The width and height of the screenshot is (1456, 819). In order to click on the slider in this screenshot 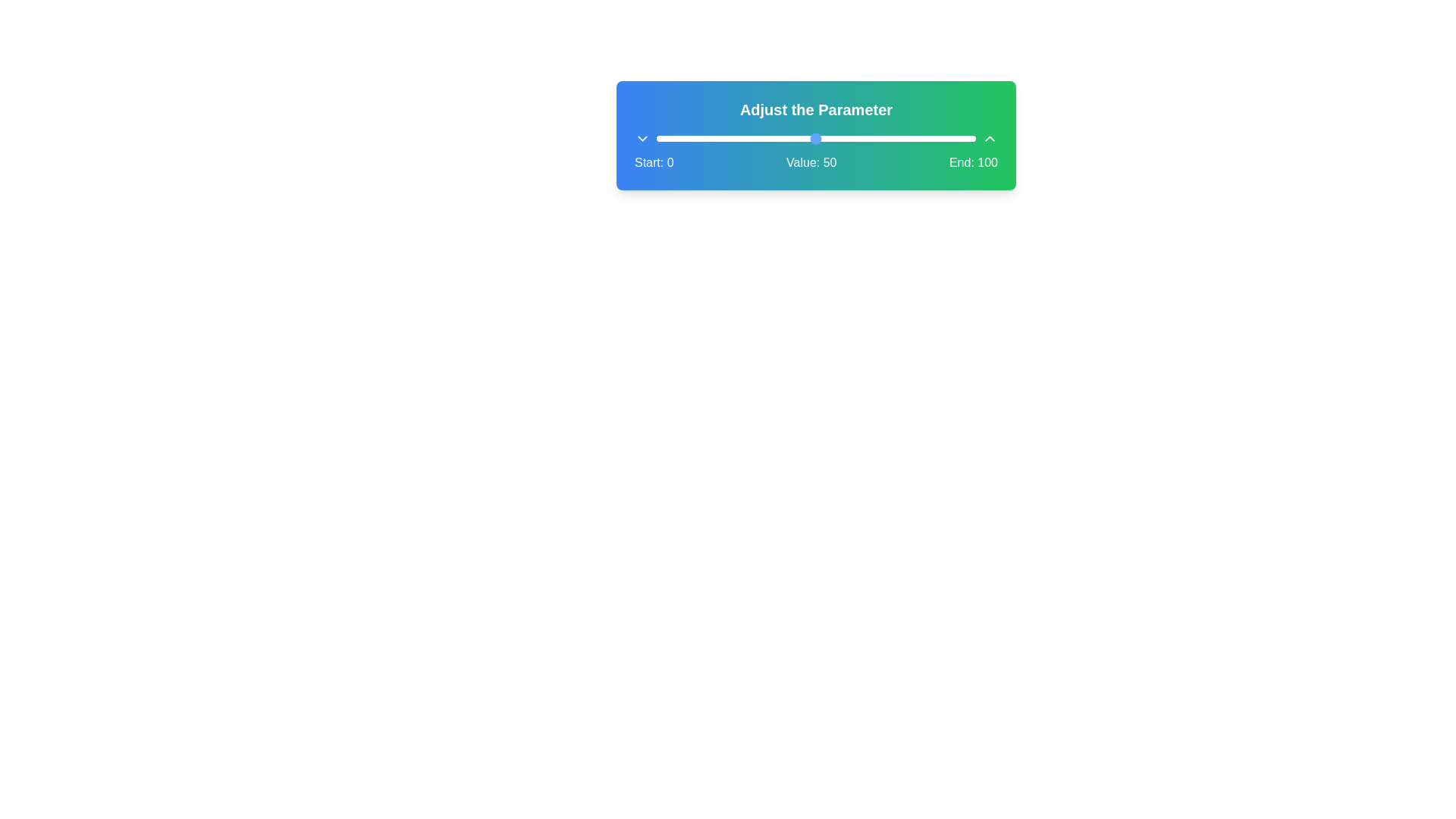, I will do `click(723, 138)`.